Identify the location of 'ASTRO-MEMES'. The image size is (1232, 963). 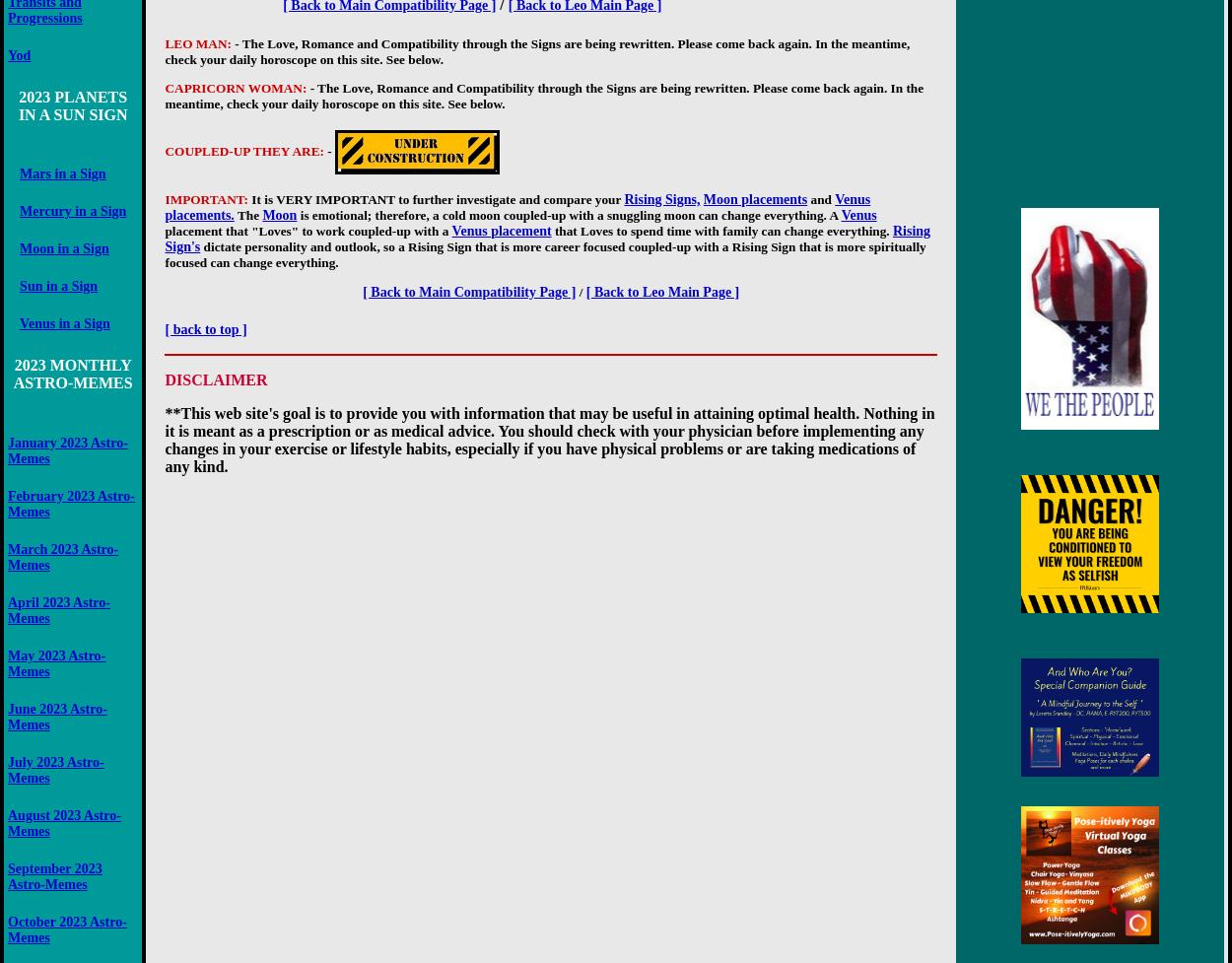
(71, 382).